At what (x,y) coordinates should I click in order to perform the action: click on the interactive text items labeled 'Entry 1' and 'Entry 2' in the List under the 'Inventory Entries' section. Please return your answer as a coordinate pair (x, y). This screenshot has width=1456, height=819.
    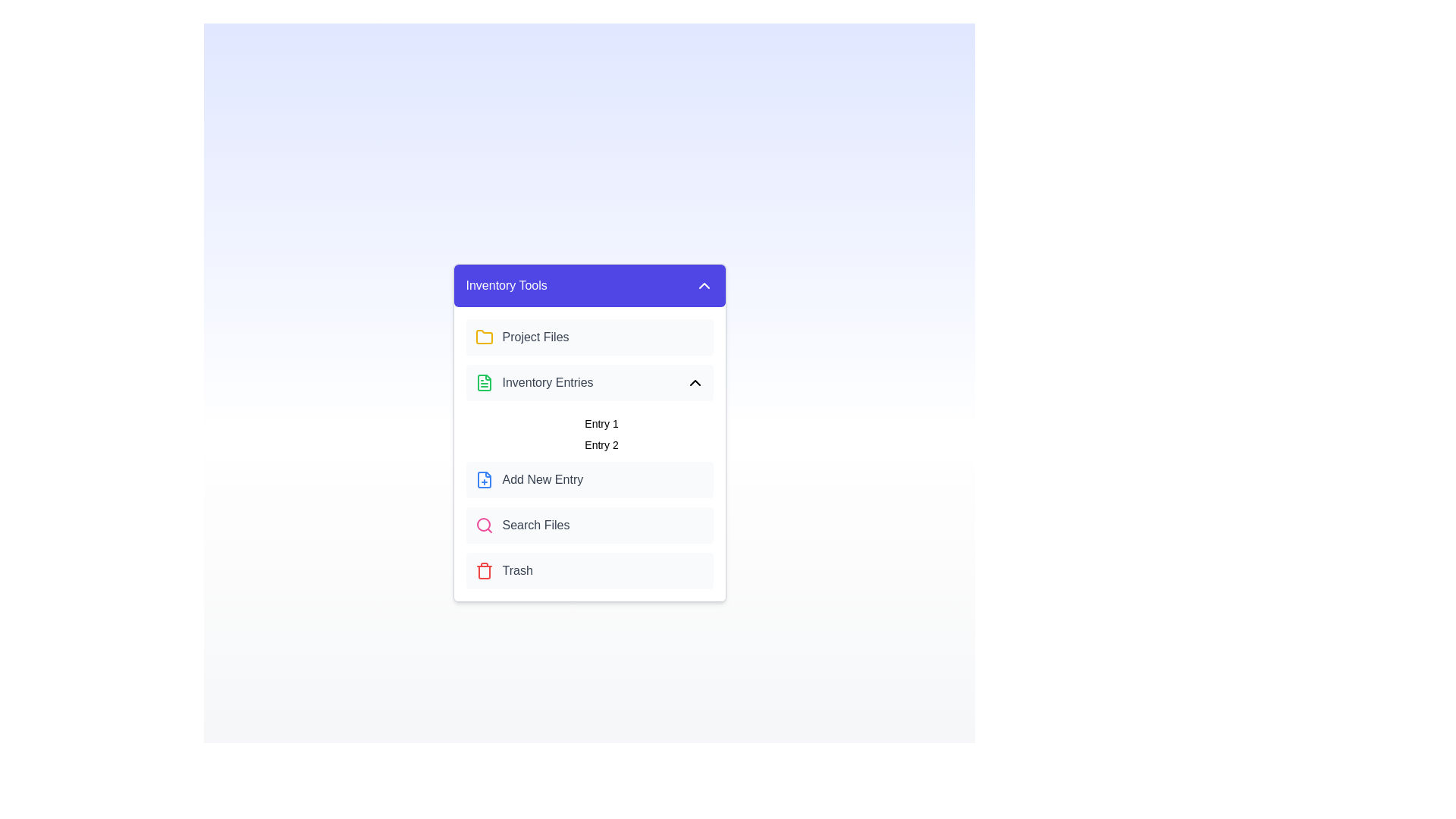
    Looking at the image, I should click on (588, 431).